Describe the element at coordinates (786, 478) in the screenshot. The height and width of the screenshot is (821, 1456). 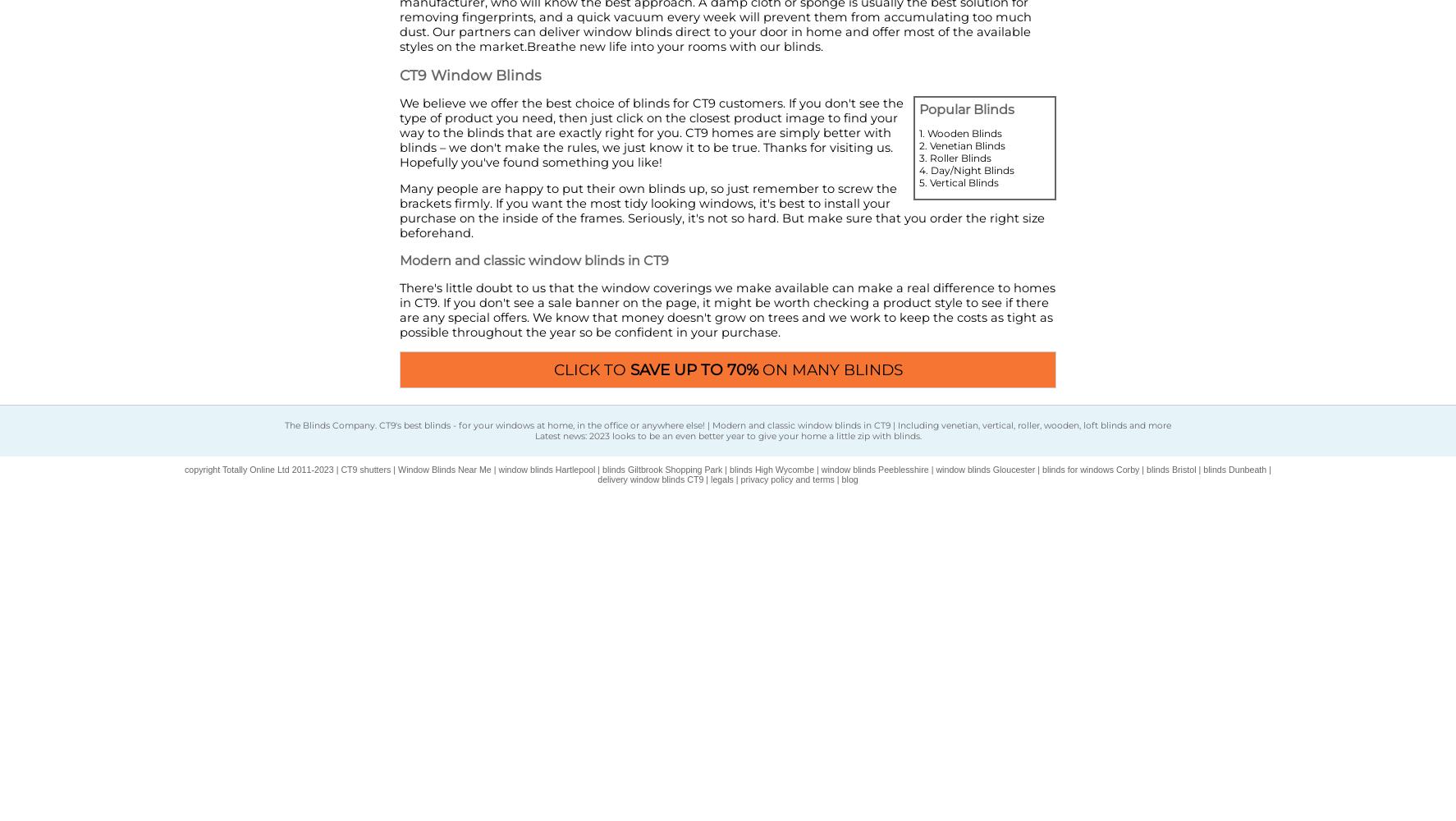
I see `'privacy policy and terms'` at that location.